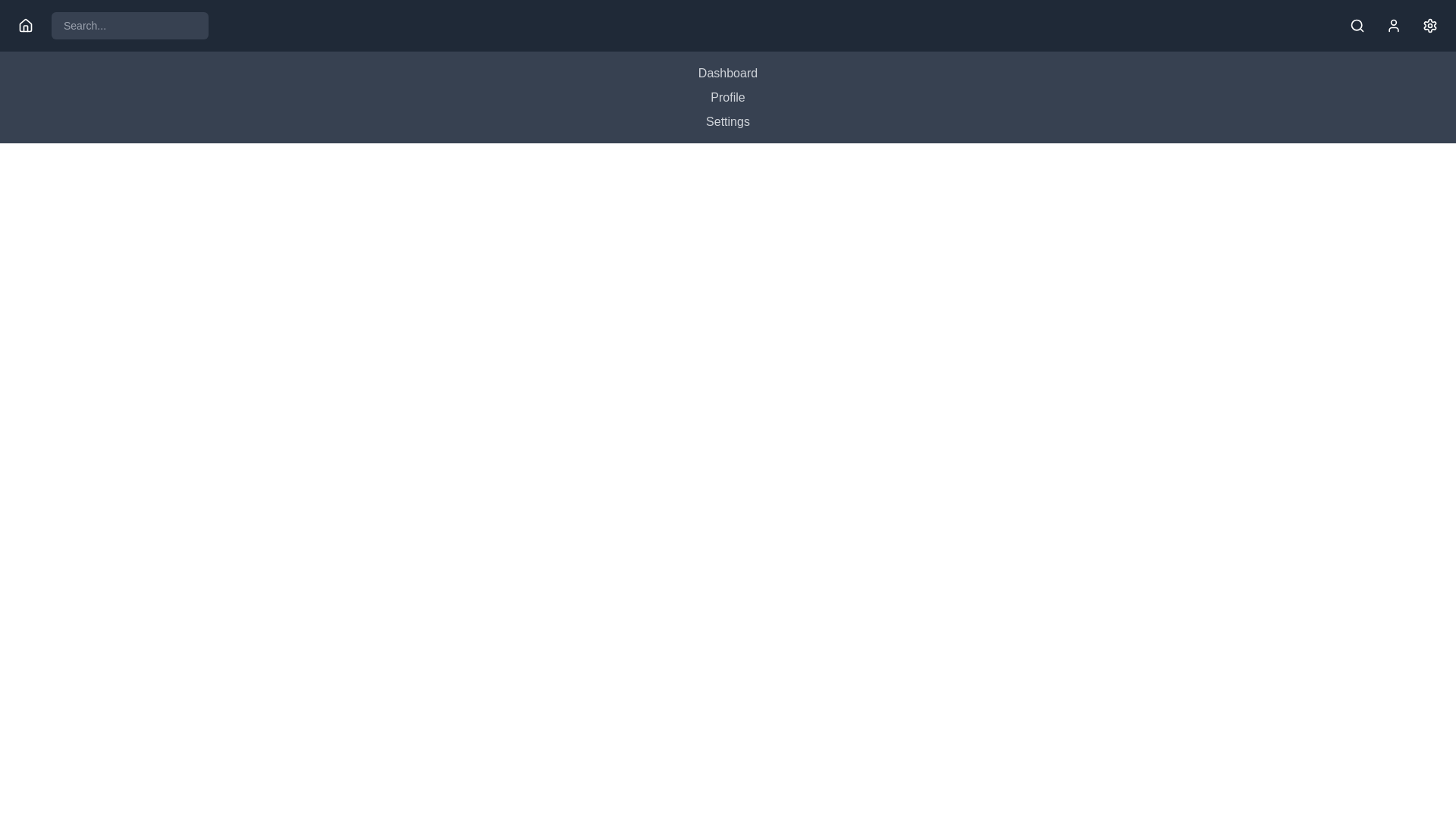  I want to click on the user account options icon, which is the second icon in a group of three located on the right side of the top header bar, so click(1394, 26).